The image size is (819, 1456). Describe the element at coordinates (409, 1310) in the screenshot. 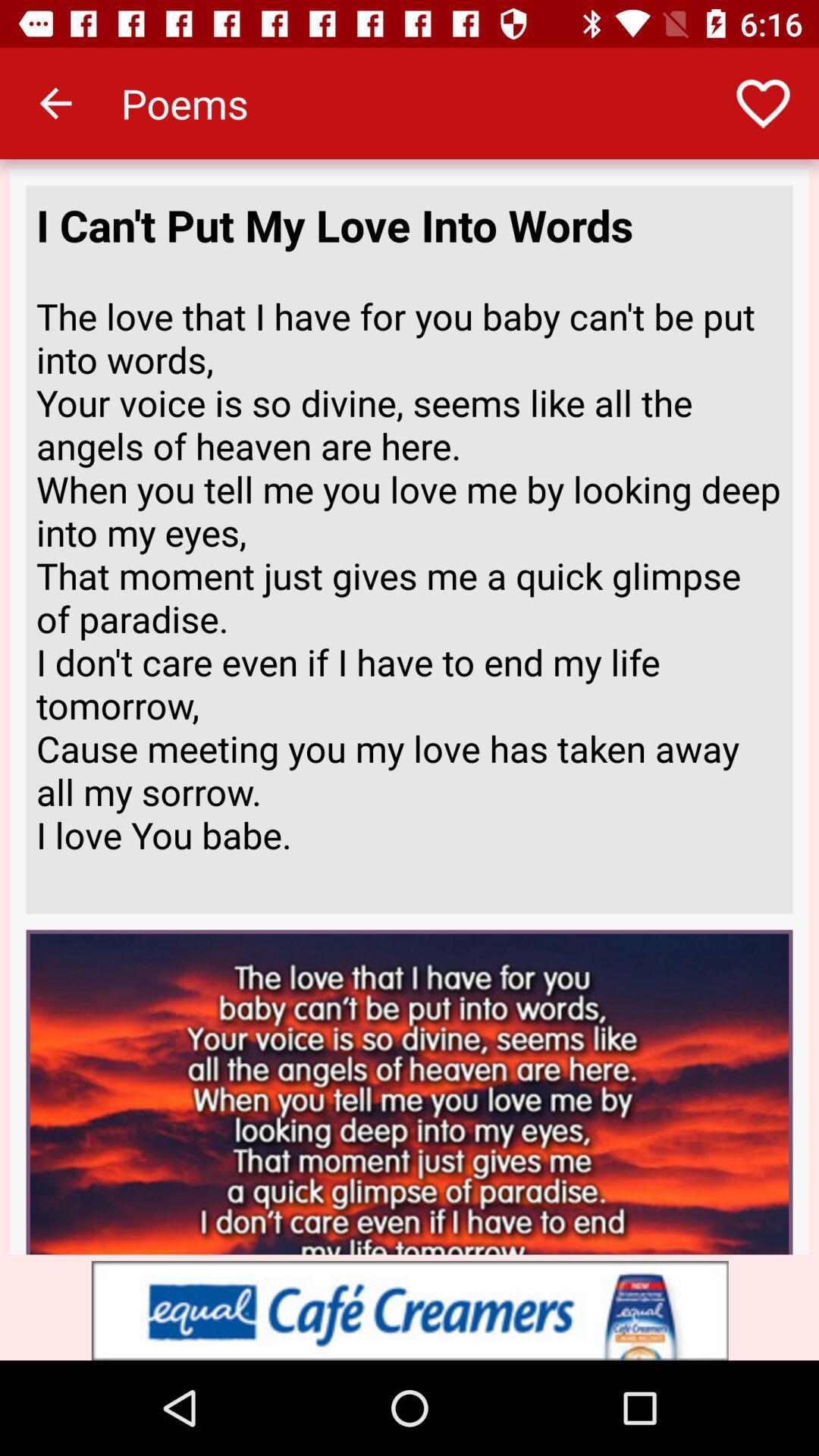

I see `icon` at that location.